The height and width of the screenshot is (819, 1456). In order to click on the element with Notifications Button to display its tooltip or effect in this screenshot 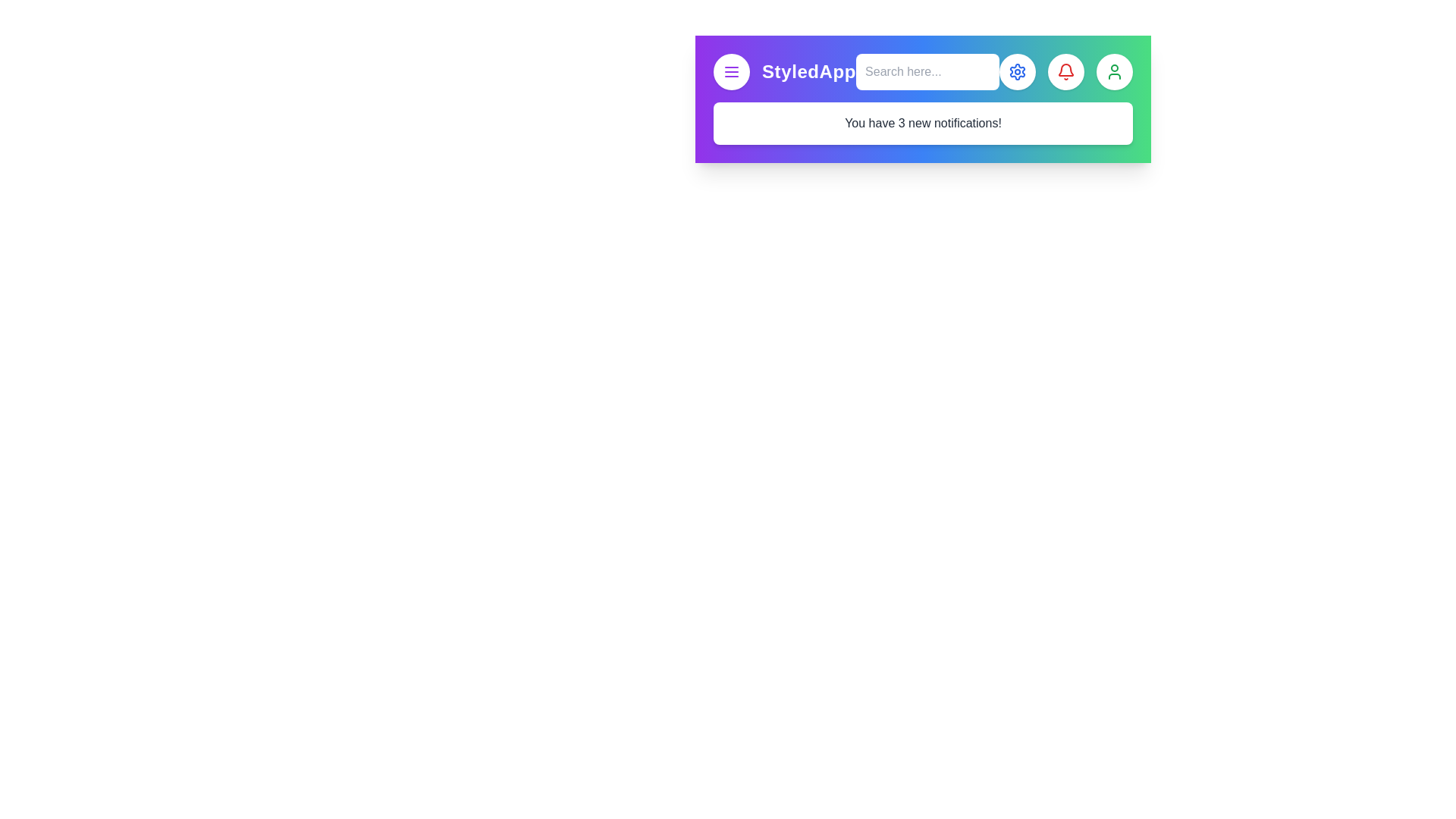, I will do `click(1065, 72)`.